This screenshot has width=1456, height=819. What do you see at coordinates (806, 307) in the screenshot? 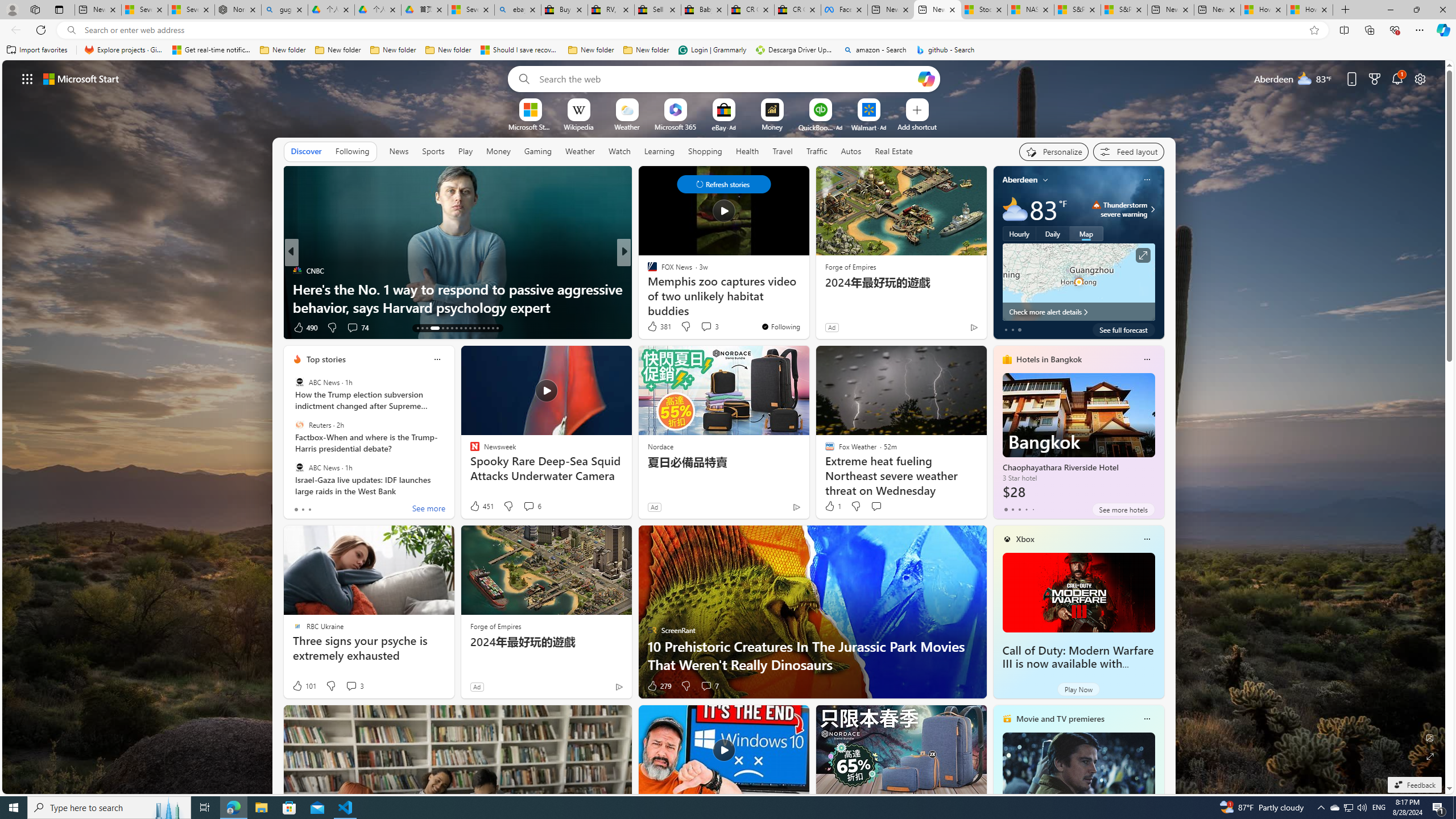
I see `'Tropics waking up in September'` at bounding box center [806, 307].